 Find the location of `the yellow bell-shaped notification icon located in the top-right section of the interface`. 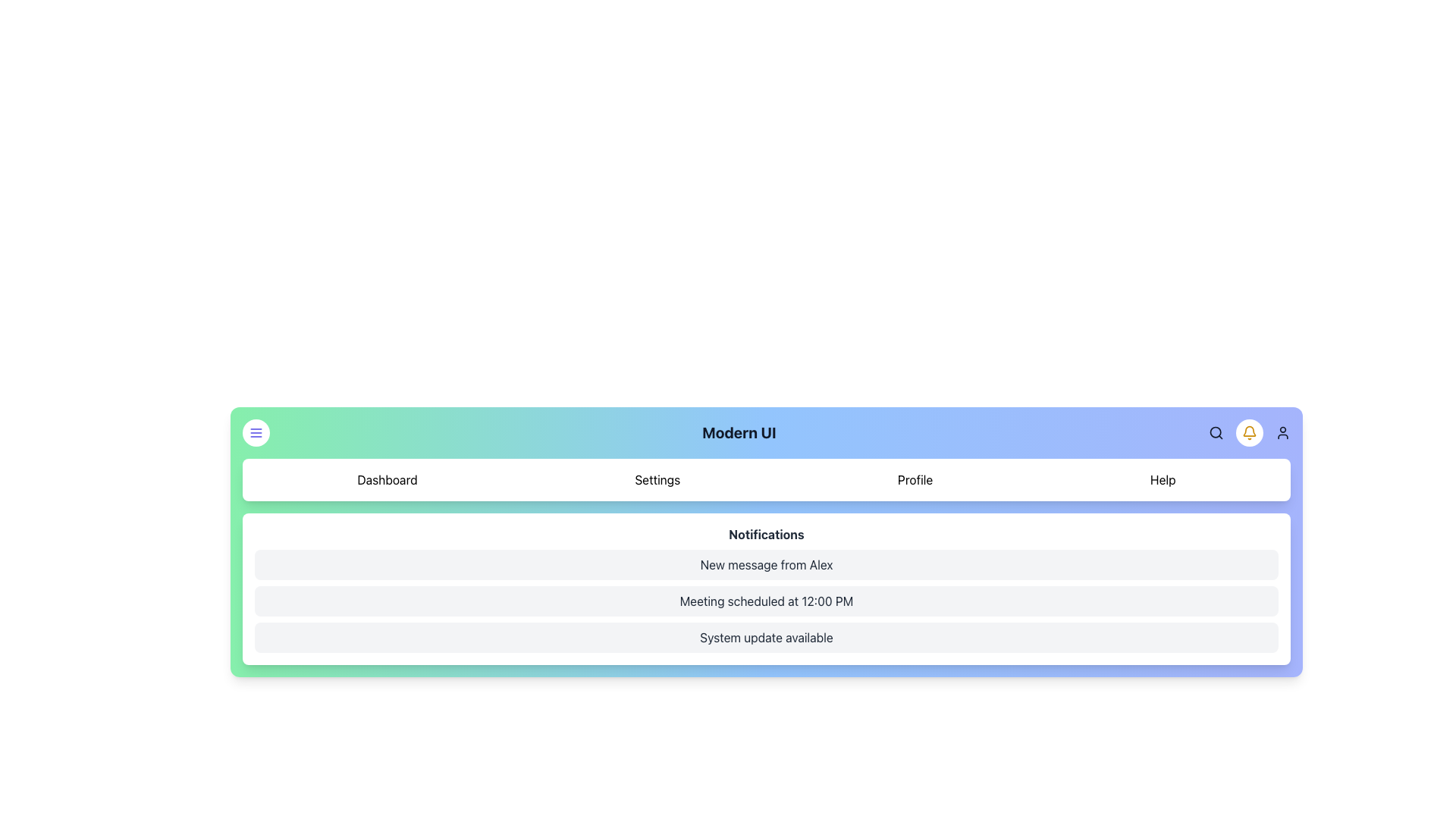

the yellow bell-shaped notification icon located in the top-right section of the interface is located at coordinates (1249, 432).